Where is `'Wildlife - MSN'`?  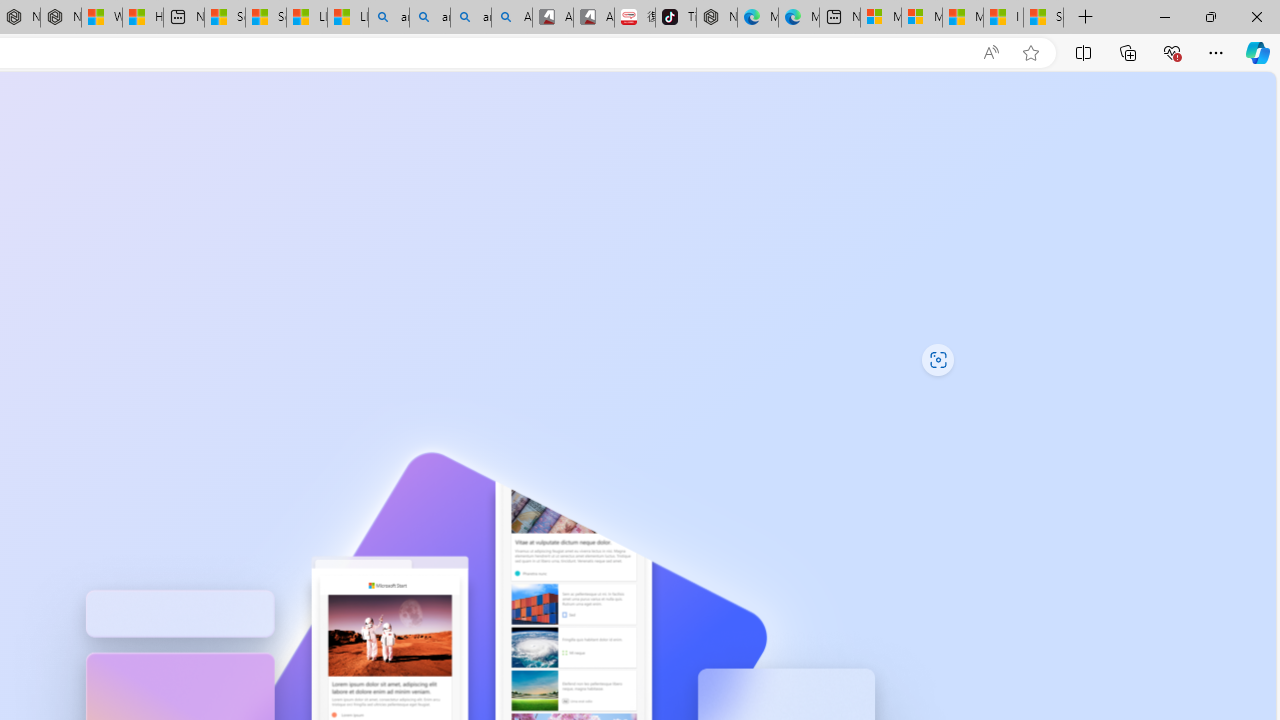 'Wildlife - MSN' is located at coordinates (100, 17).